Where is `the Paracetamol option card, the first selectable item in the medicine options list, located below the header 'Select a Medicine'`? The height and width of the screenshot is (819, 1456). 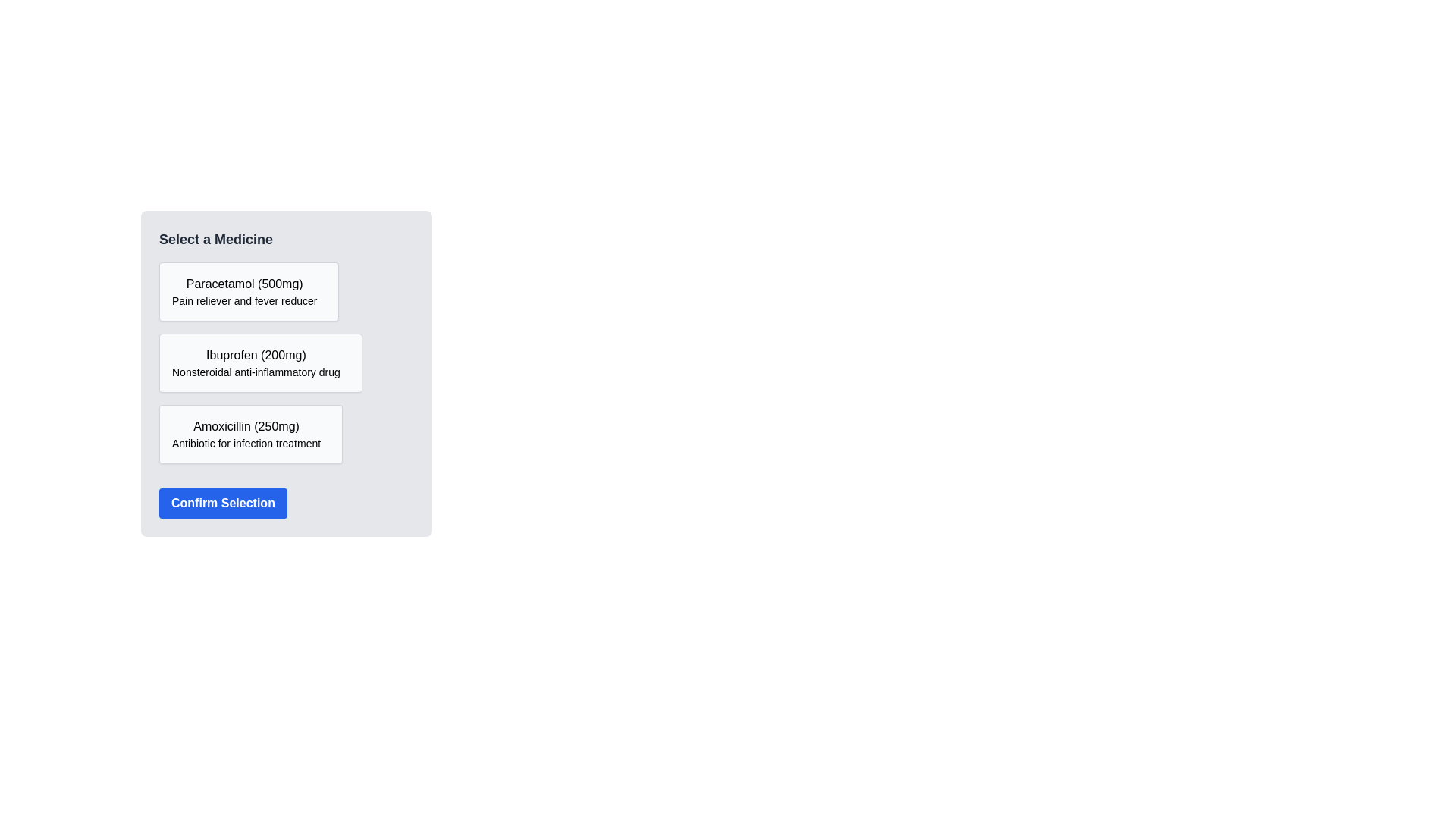 the Paracetamol option card, the first selectable item in the medicine options list, located below the header 'Select a Medicine' is located at coordinates (249, 292).